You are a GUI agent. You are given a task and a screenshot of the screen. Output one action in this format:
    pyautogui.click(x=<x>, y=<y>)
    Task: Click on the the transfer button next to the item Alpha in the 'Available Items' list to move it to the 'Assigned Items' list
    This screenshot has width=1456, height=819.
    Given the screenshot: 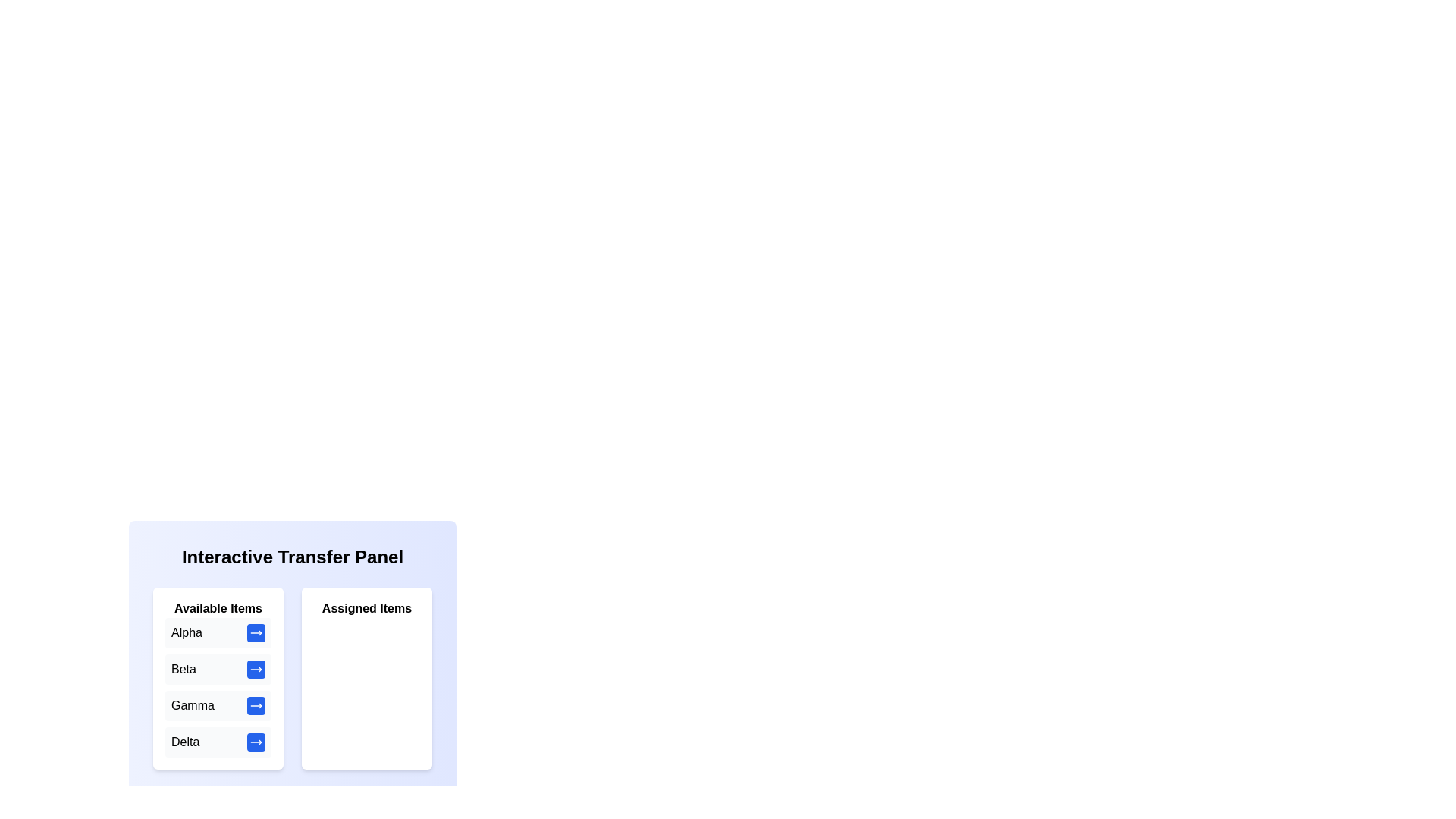 What is the action you would take?
    pyautogui.click(x=256, y=632)
    